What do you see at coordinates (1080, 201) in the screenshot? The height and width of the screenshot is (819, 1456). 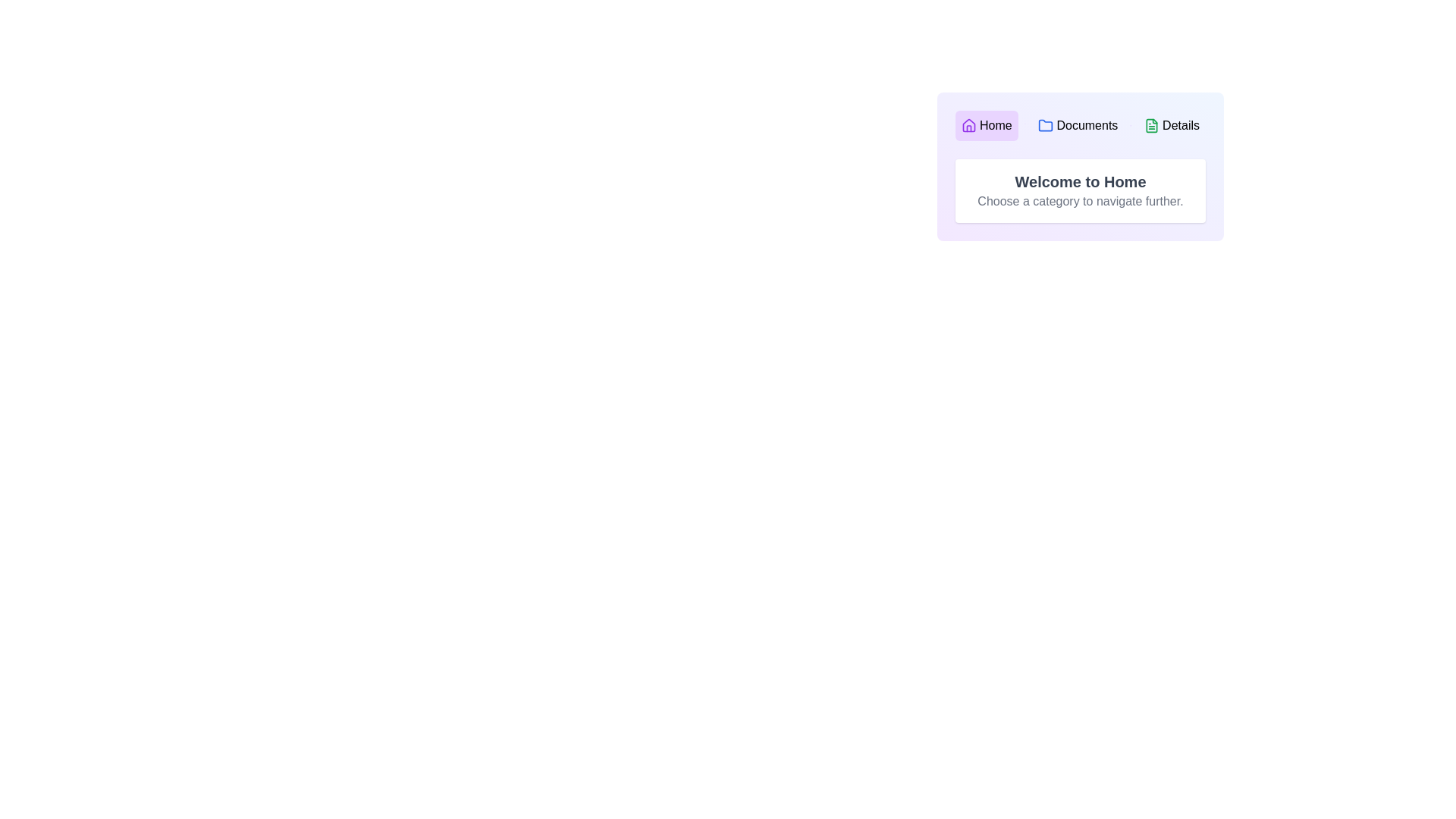 I see `the text label that reads 'Choose a category to navigate further.', which is styled in light gray and positioned below the 'Welcome to Home' label` at bounding box center [1080, 201].